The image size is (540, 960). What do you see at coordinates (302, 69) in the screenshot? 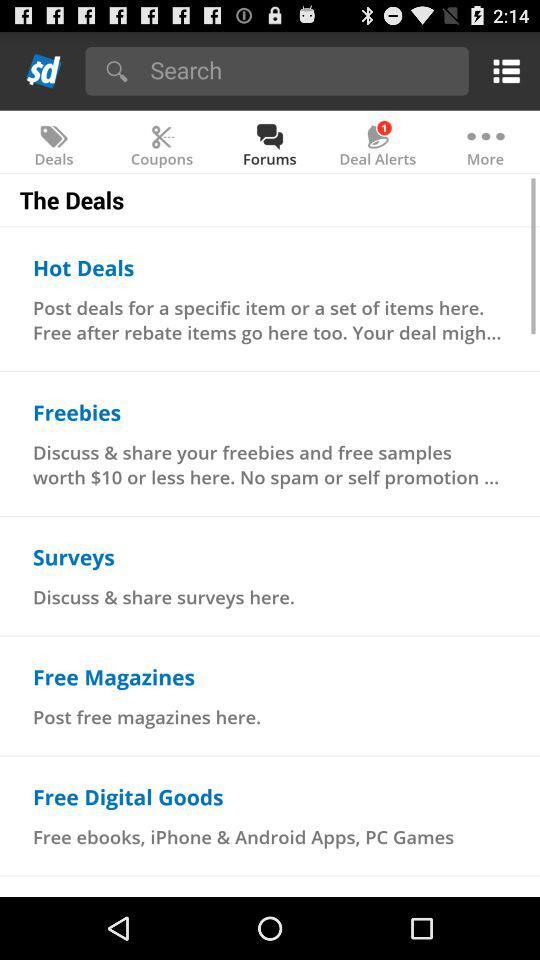
I see `app above the coupons item` at bounding box center [302, 69].